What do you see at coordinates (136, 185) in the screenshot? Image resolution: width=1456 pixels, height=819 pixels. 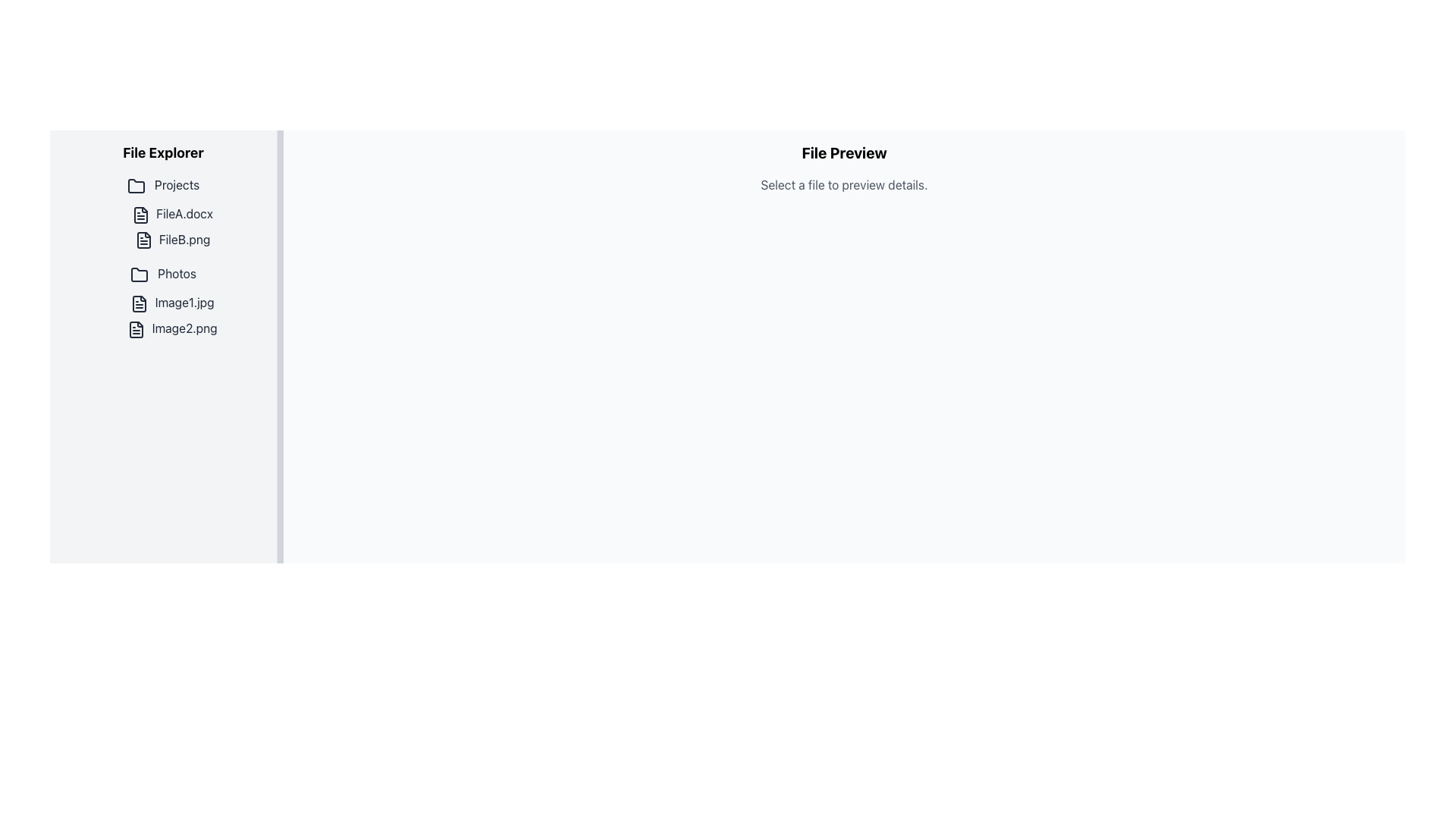 I see `the folder icon, styled in outline format, located beside the text 'Projects'` at bounding box center [136, 185].